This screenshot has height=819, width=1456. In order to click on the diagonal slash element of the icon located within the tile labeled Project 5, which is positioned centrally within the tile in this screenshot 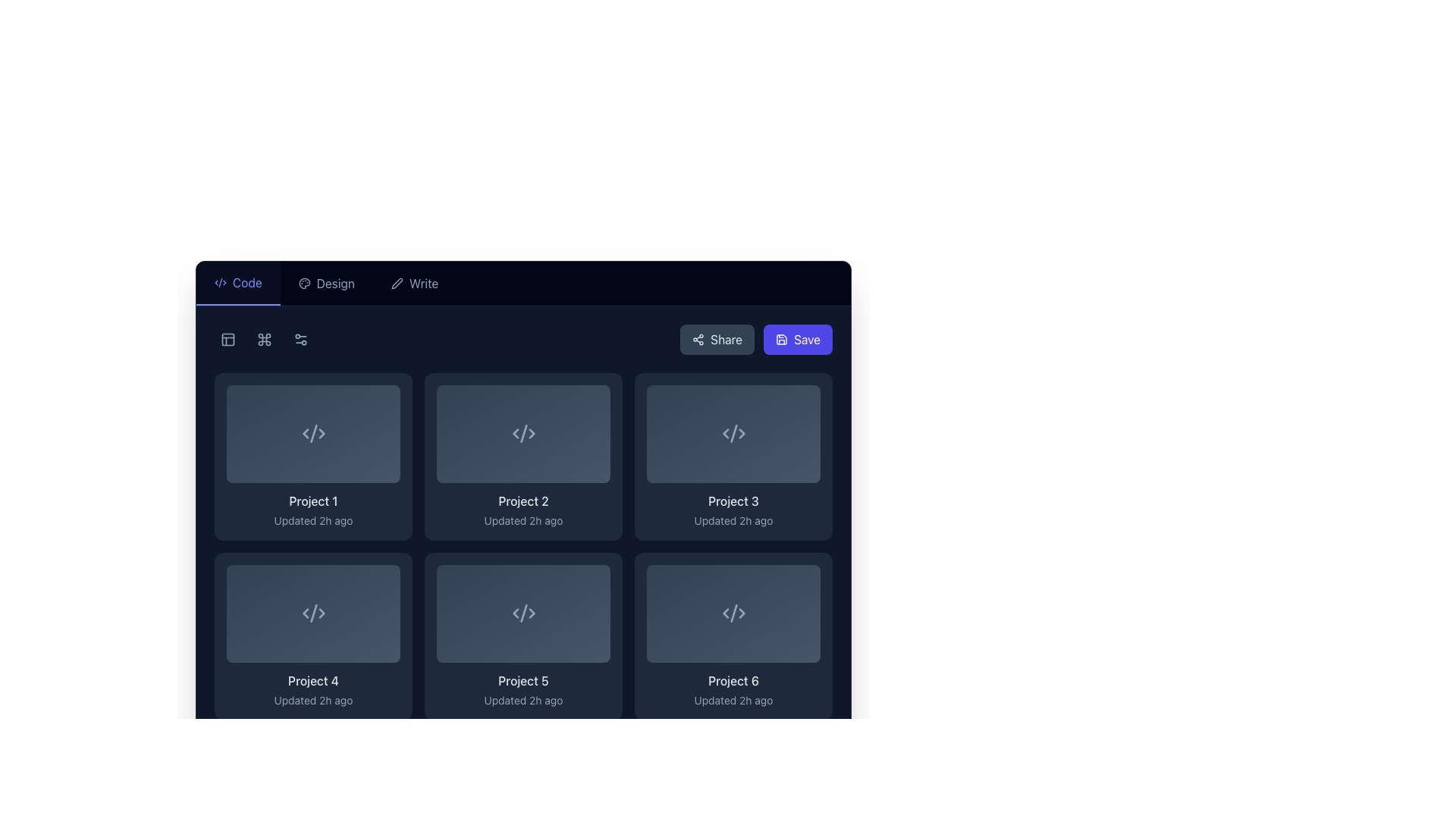, I will do `click(523, 613)`.